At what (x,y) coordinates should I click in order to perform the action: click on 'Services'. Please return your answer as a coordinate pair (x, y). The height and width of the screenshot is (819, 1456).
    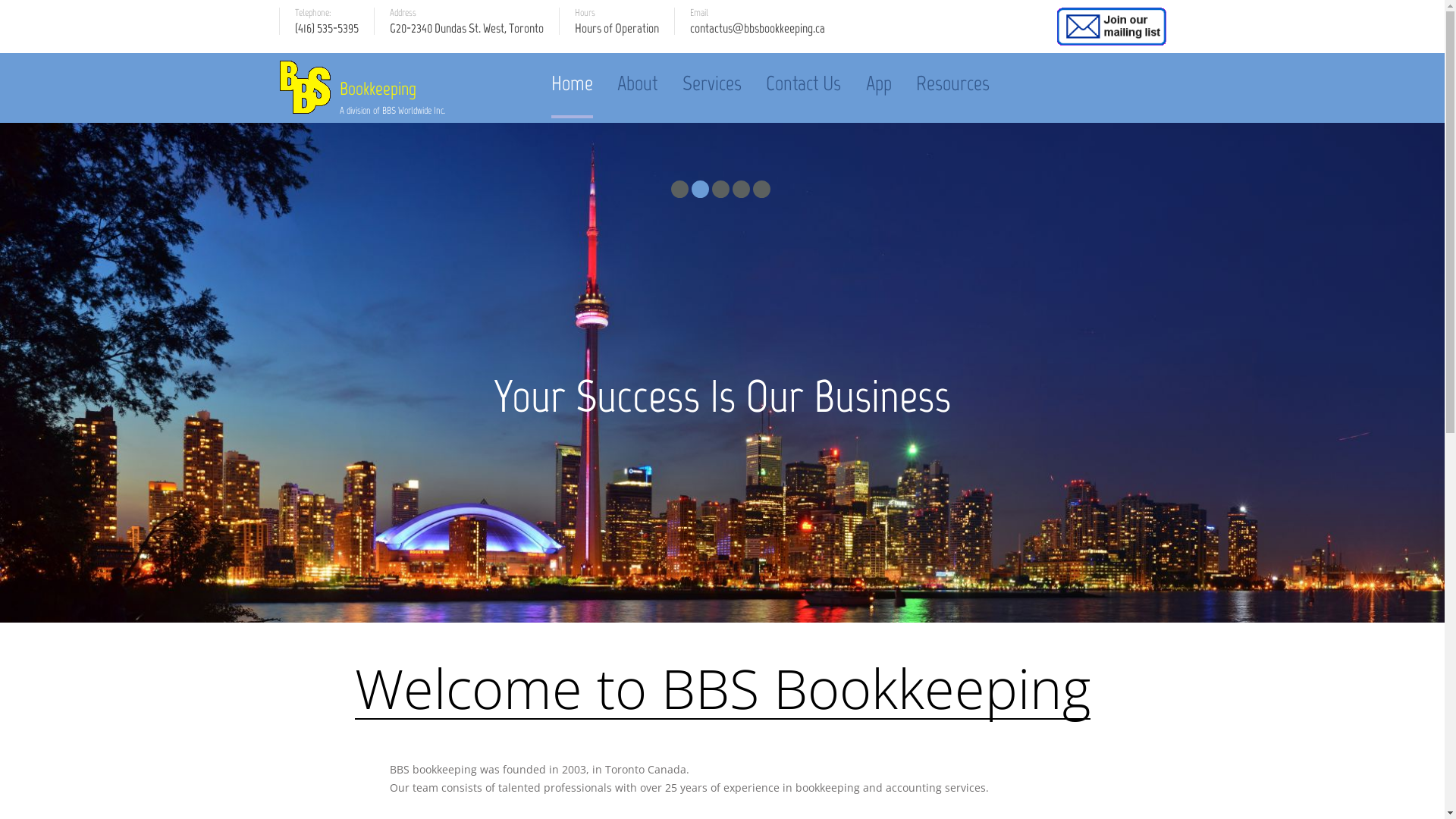
    Looking at the image, I should click on (711, 83).